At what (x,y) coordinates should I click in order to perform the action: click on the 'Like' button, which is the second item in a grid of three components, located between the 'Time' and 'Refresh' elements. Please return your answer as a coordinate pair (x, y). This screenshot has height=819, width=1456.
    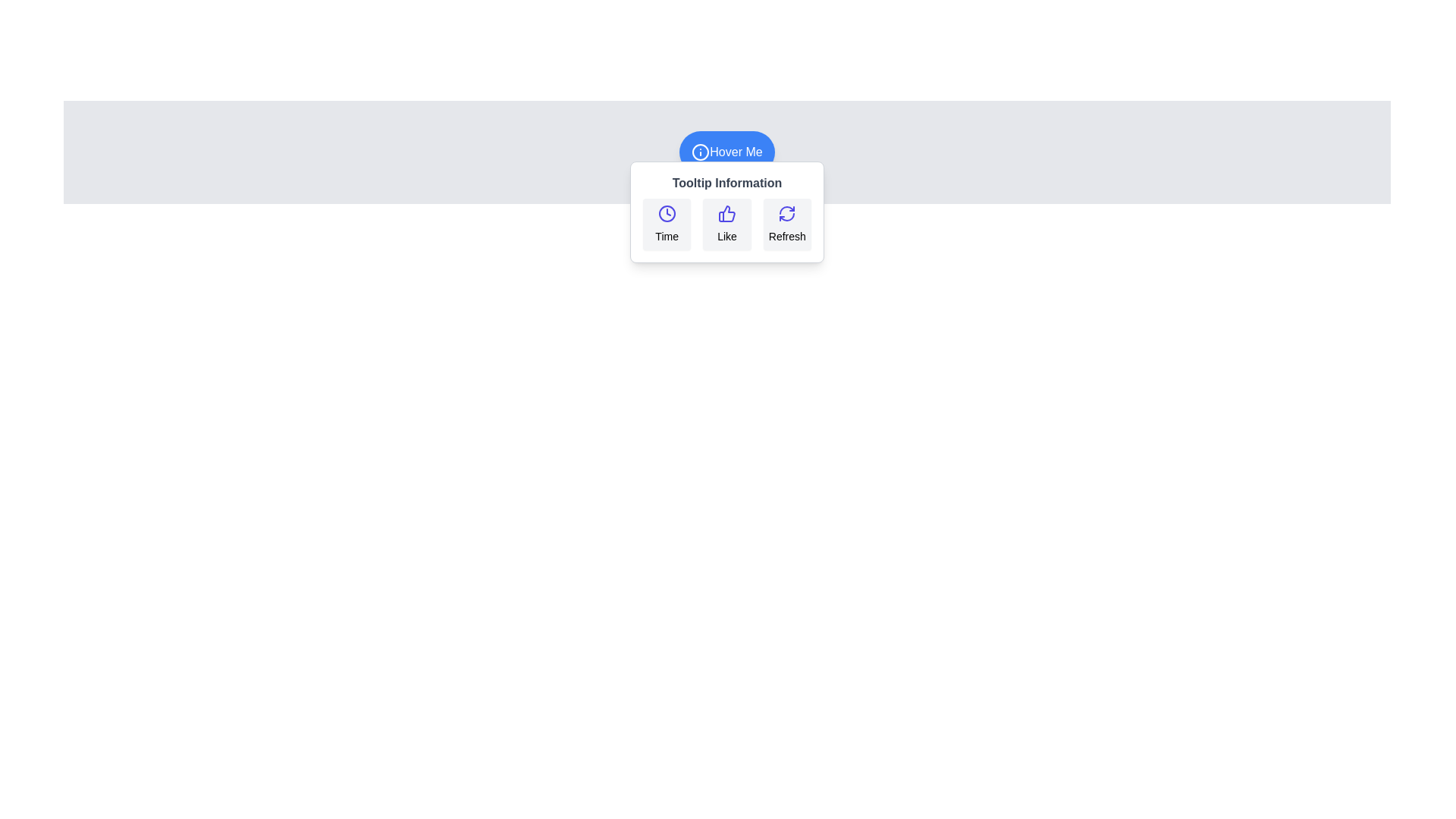
    Looking at the image, I should click on (726, 224).